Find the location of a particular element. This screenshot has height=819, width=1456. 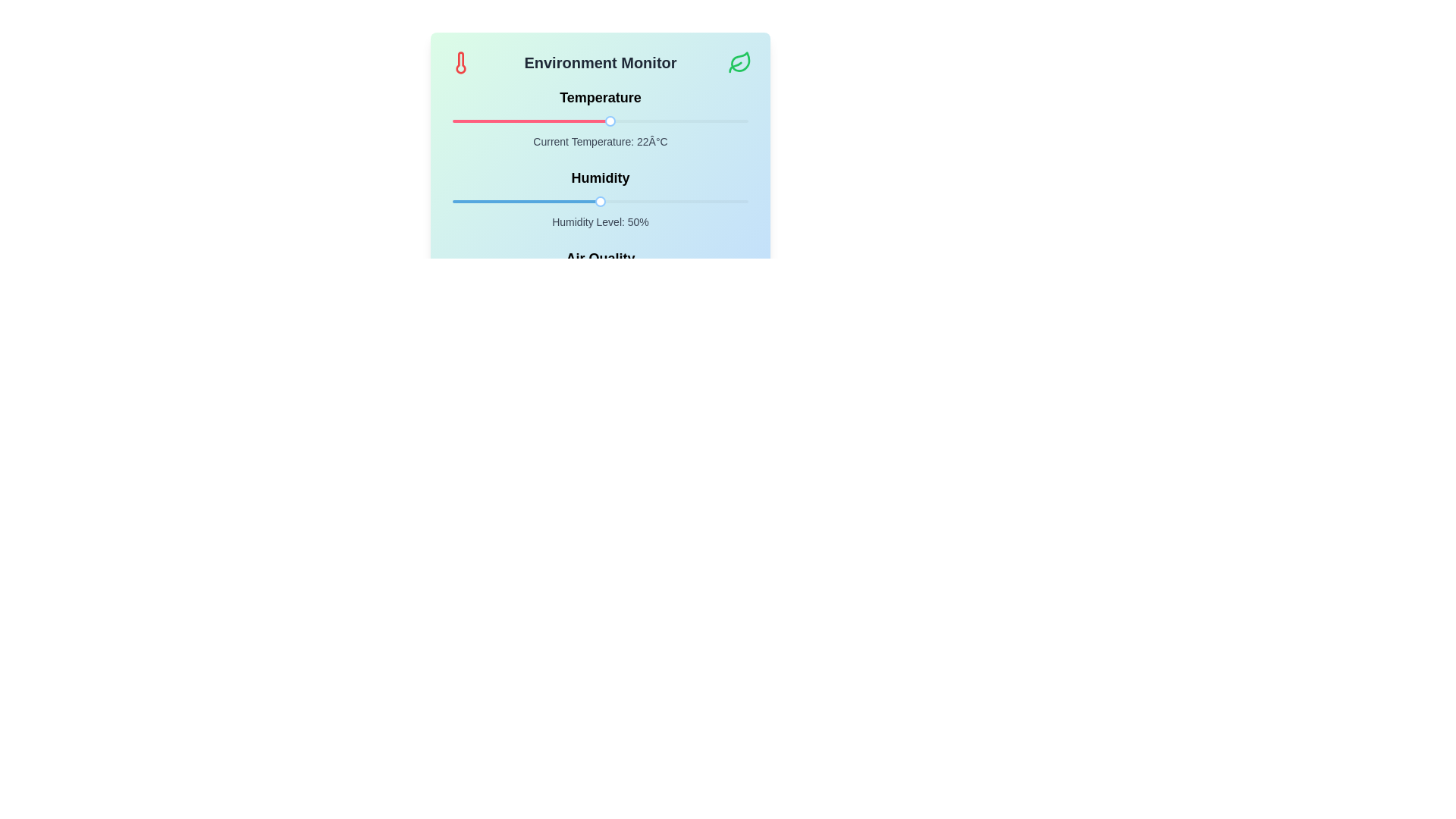

the temperature is located at coordinates (664, 120).